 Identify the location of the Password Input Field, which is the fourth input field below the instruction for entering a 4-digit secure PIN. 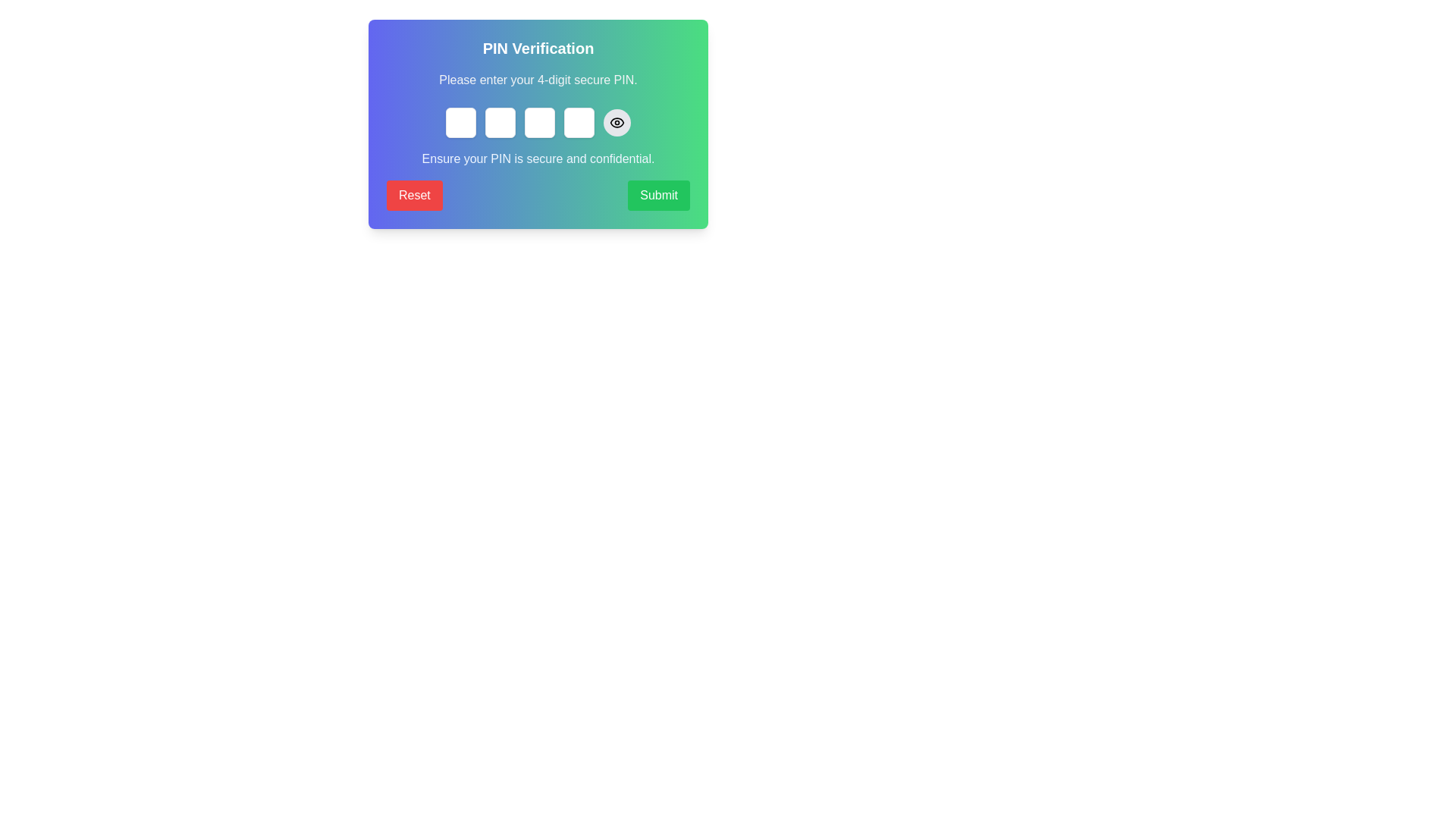
(578, 122).